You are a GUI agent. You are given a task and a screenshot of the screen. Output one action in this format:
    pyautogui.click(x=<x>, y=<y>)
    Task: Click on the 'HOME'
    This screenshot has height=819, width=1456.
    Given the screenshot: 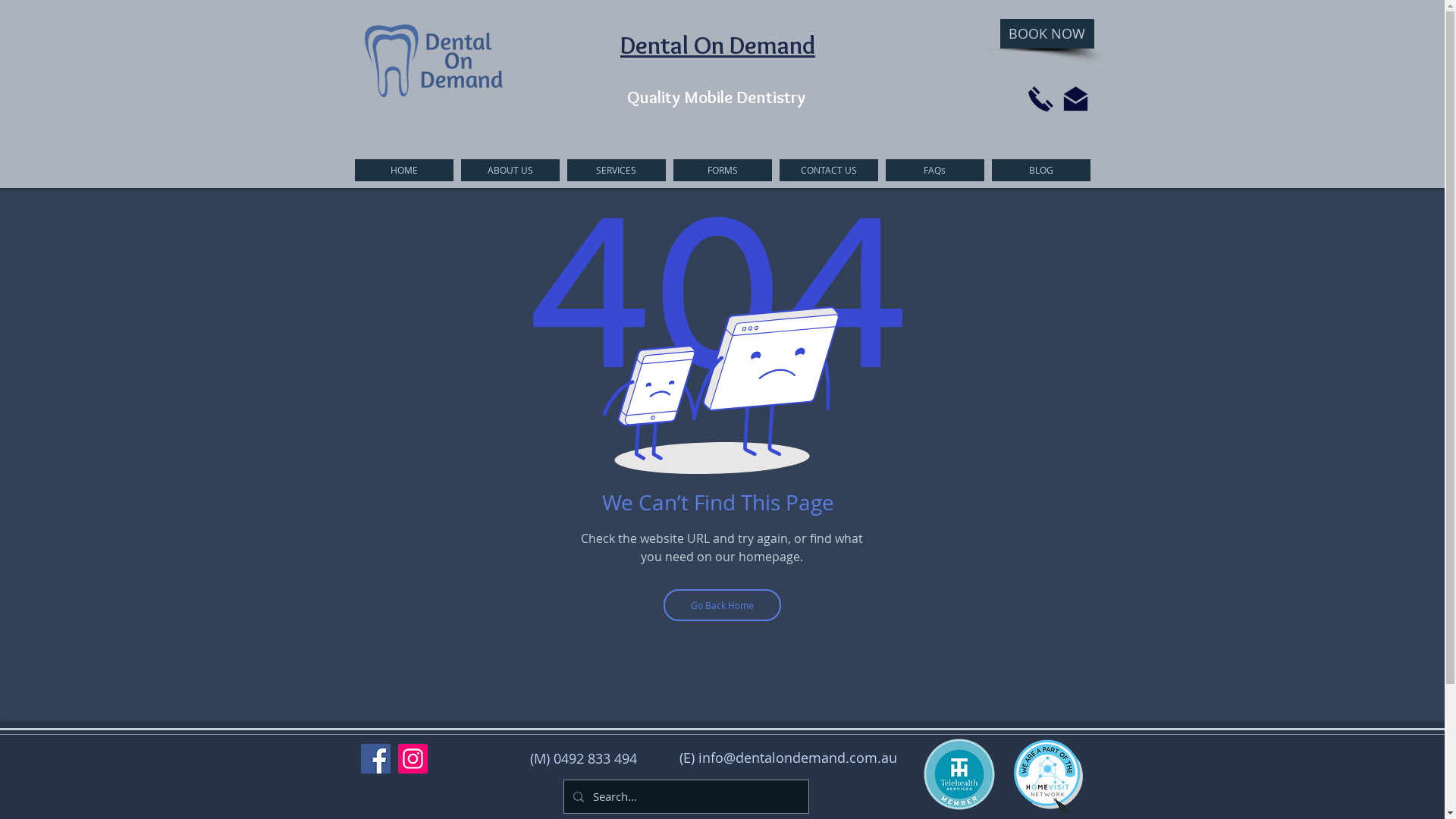 What is the action you would take?
    pyautogui.click(x=403, y=170)
    